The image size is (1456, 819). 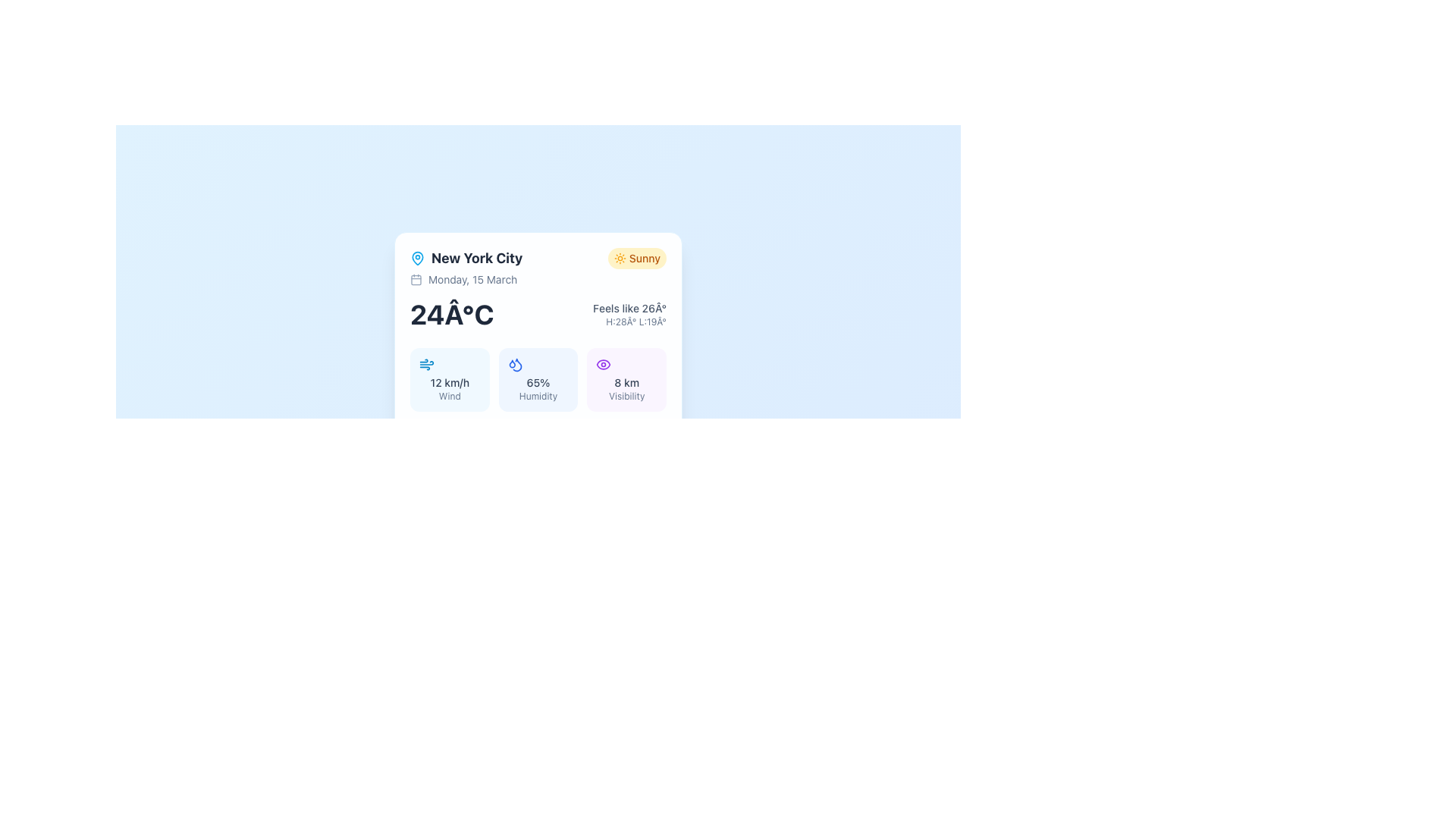 What do you see at coordinates (626, 379) in the screenshot?
I see `the Informational card that displays the current visibility value in kilometers, located as the third item in the last column of a 3-column grid` at bounding box center [626, 379].